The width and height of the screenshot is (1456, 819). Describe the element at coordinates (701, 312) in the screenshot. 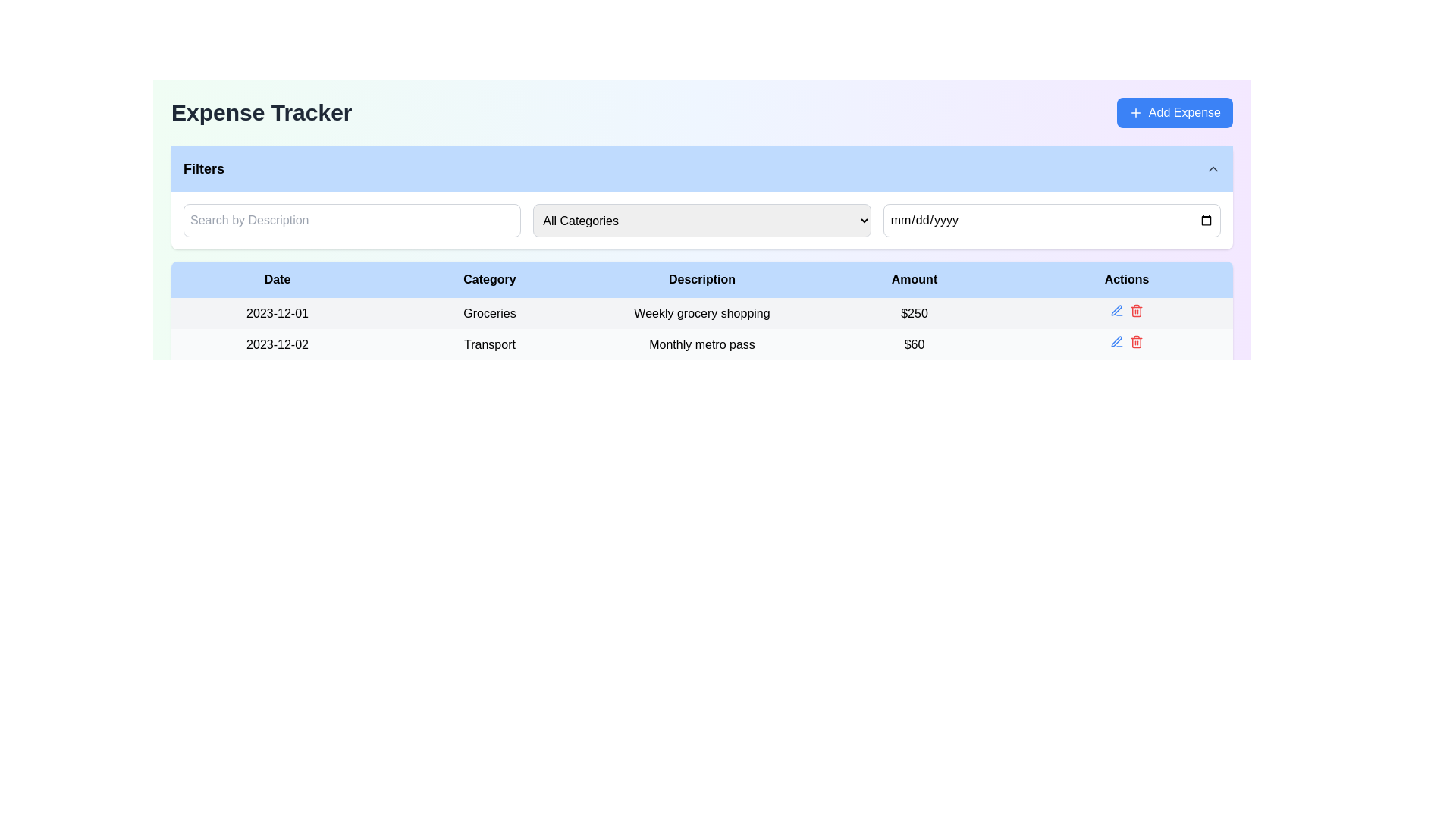

I see `information displayed in the first row of the expense summary table, which includes details such as date, category, description, and amount` at that location.